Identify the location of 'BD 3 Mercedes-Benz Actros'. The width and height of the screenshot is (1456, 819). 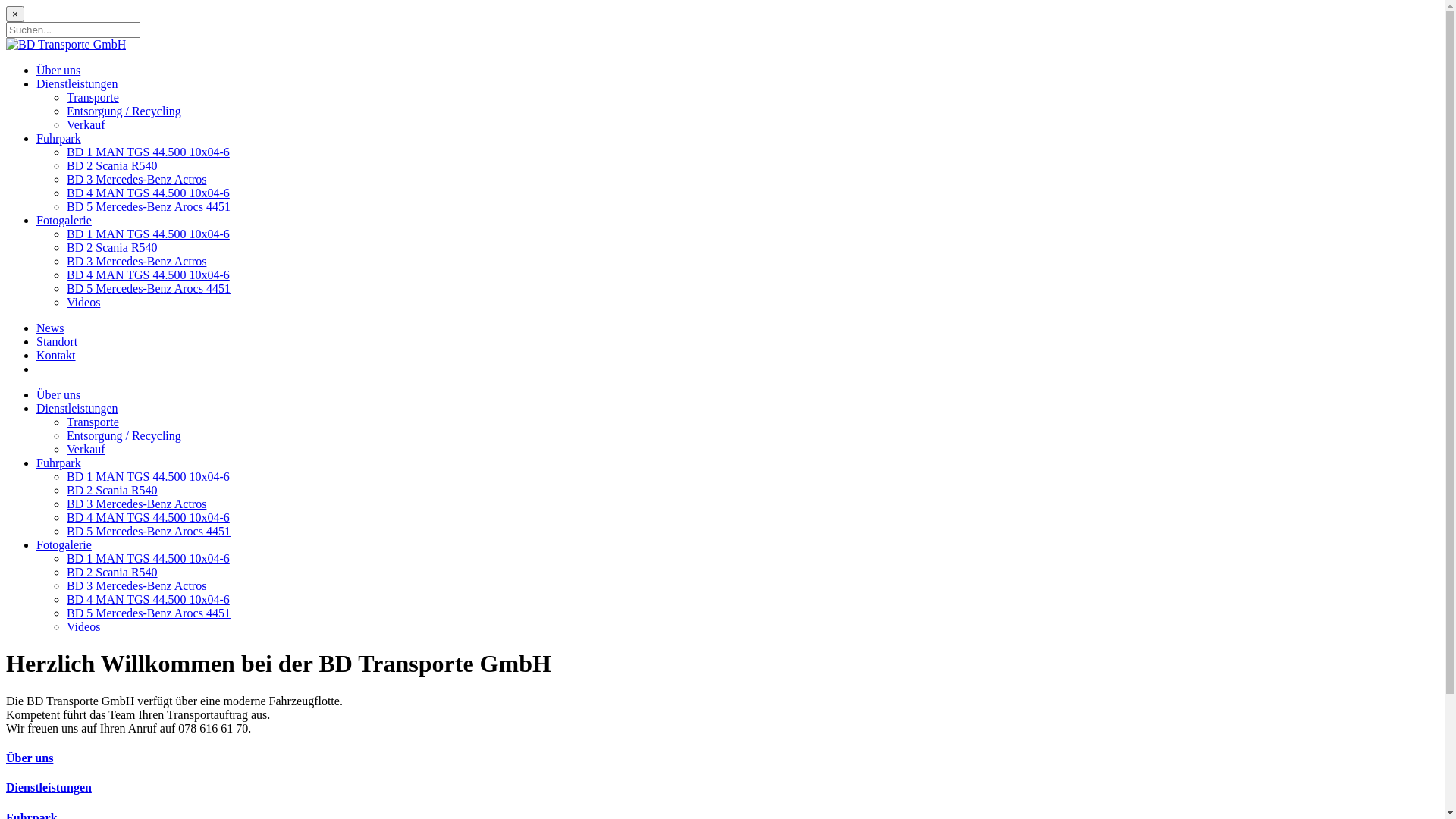
(65, 178).